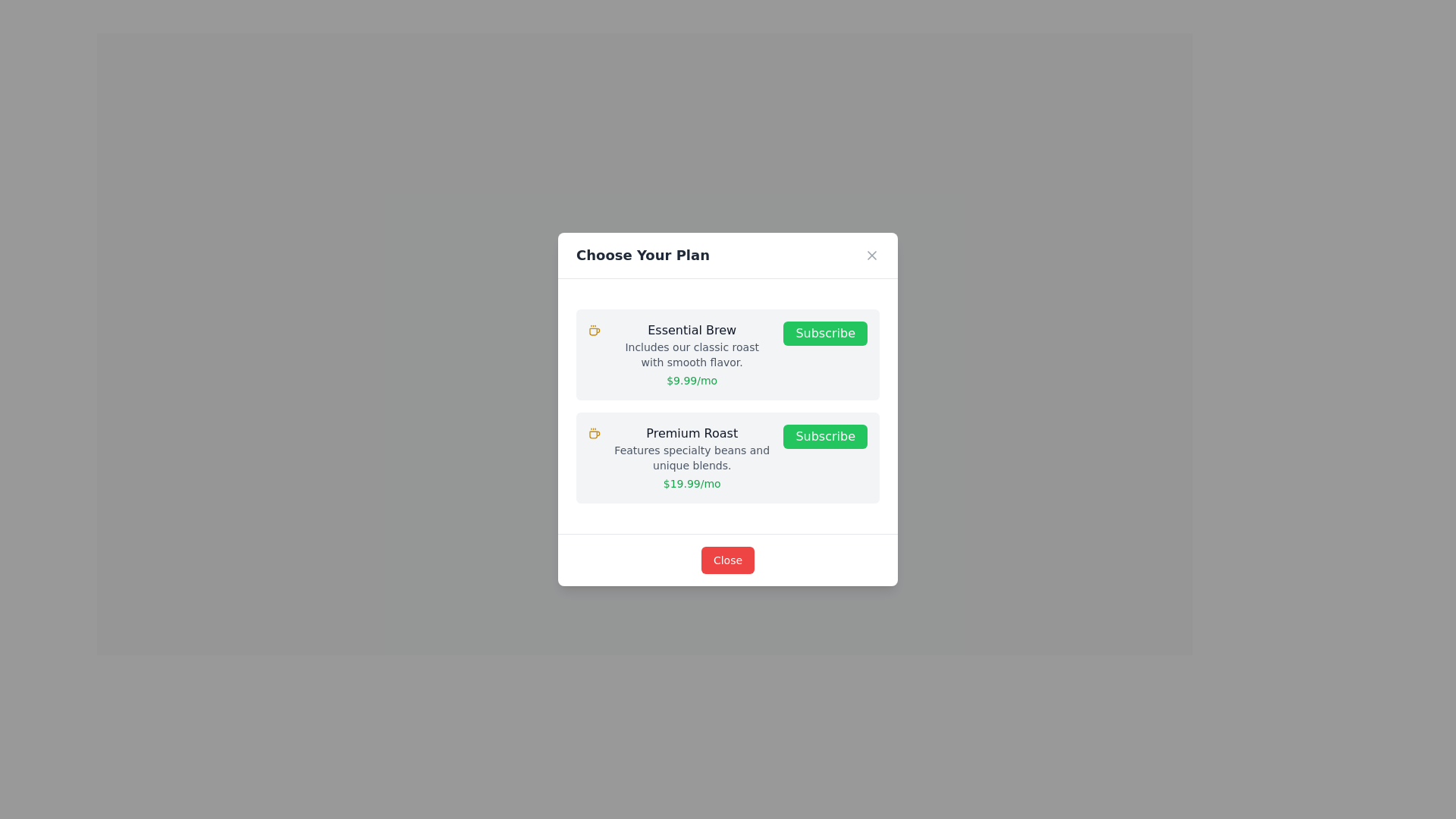 The width and height of the screenshot is (1456, 819). I want to click on the pricing information text label located in the second subscription card (Premium Roast), which is positioned below the description about specialty beans and unique blends, so click(691, 483).